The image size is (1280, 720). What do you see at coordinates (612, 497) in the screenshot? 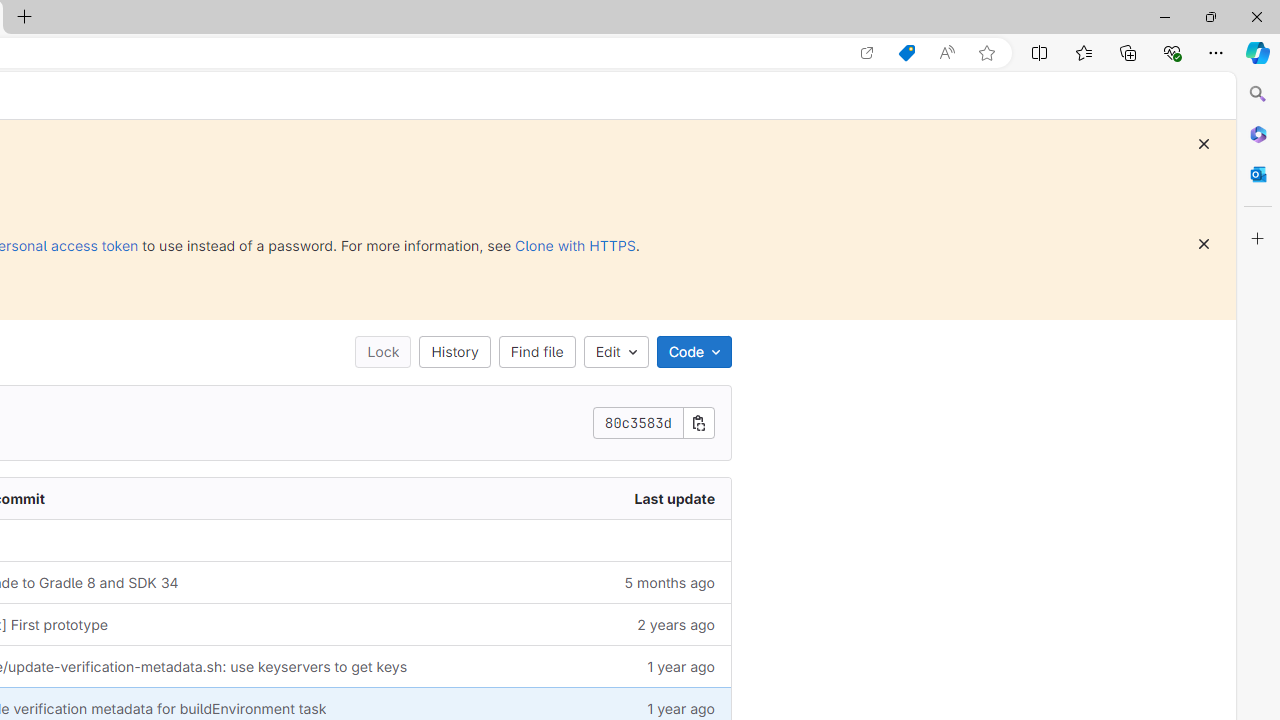
I see `'Last update'` at bounding box center [612, 497].